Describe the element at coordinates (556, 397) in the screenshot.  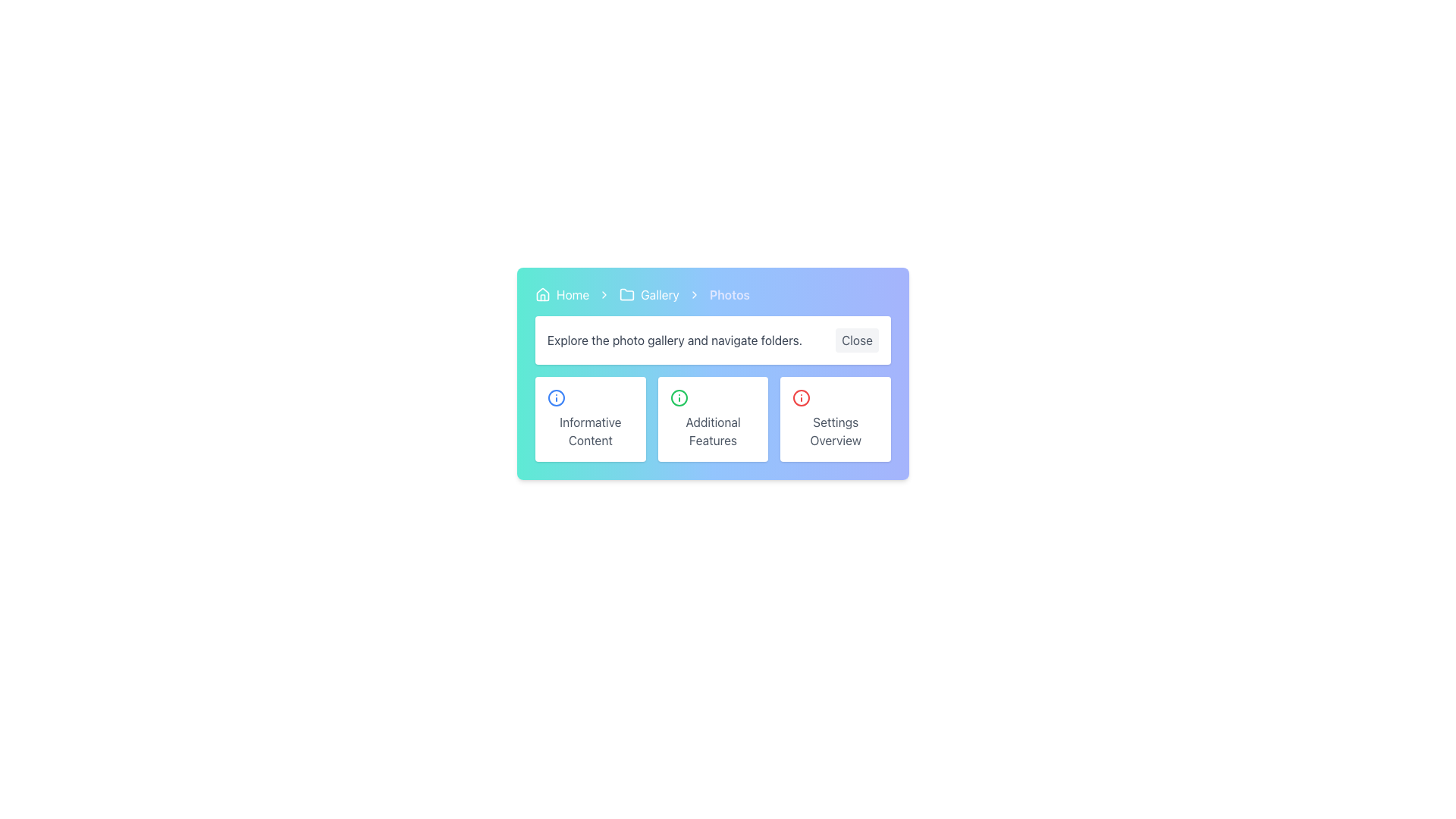
I see `the information icon located in the upper-left corner of the 'Informative Content' card` at that location.